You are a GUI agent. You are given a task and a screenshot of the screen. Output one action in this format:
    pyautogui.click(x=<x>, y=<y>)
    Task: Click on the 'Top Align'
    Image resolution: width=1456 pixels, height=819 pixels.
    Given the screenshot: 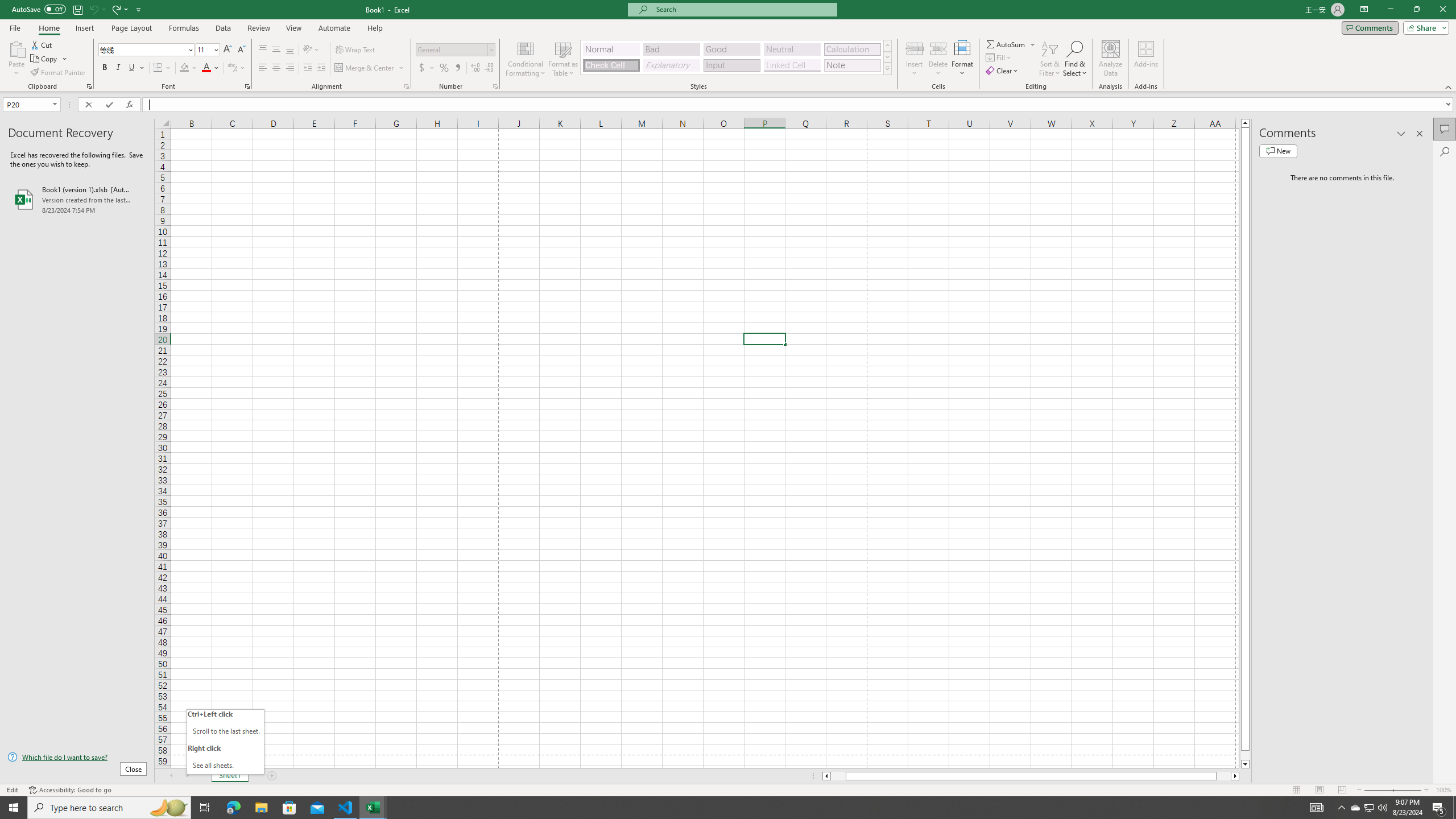 What is the action you would take?
    pyautogui.click(x=262, y=49)
    